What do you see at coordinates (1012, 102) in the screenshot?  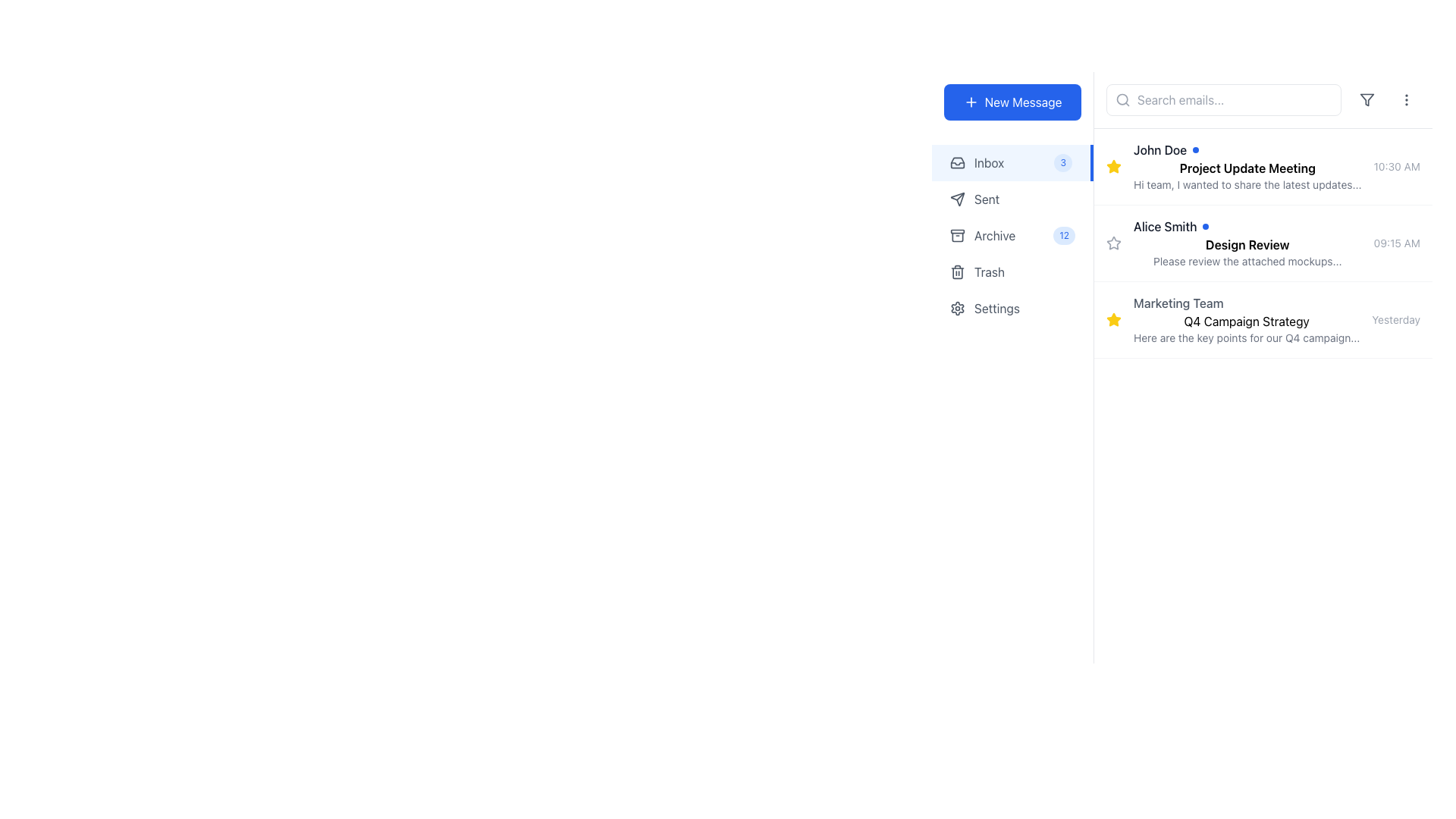 I see `the vibrant blue 'New Message' button with a '+' icon to compose a new message` at bounding box center [1012, 102].